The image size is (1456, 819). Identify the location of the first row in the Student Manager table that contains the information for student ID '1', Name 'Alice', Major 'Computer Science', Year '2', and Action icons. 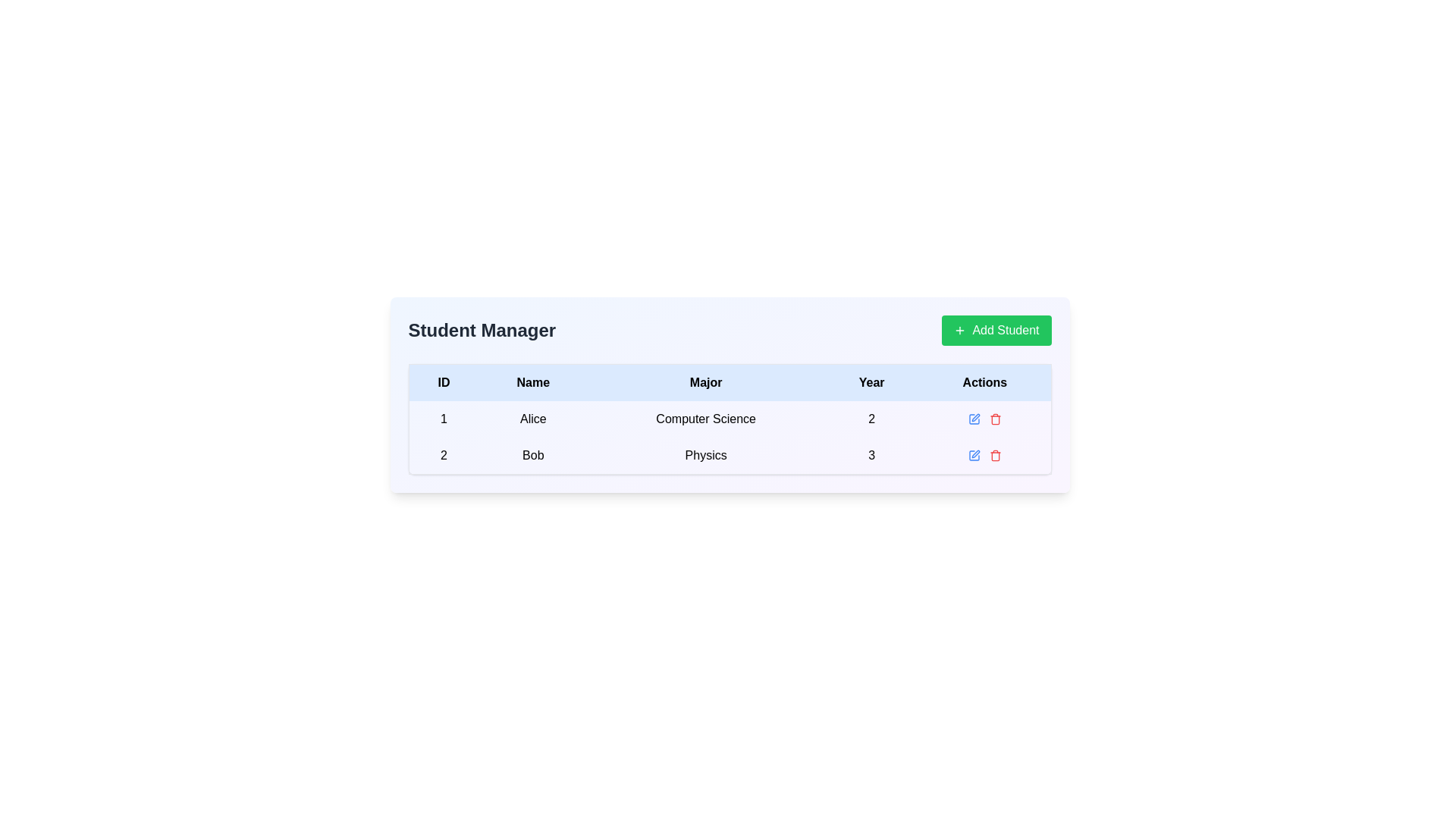
(730, 419).